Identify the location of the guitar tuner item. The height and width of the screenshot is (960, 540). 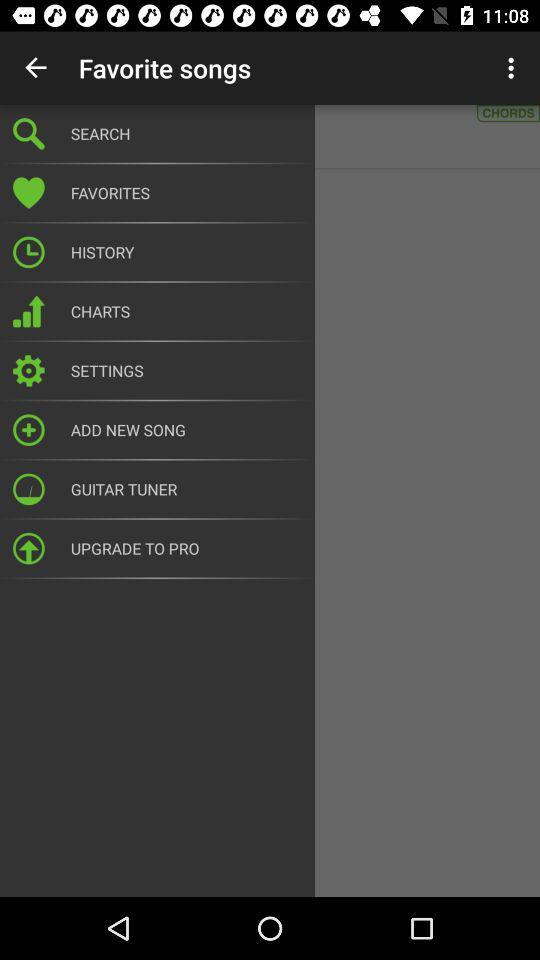
(186, 488).